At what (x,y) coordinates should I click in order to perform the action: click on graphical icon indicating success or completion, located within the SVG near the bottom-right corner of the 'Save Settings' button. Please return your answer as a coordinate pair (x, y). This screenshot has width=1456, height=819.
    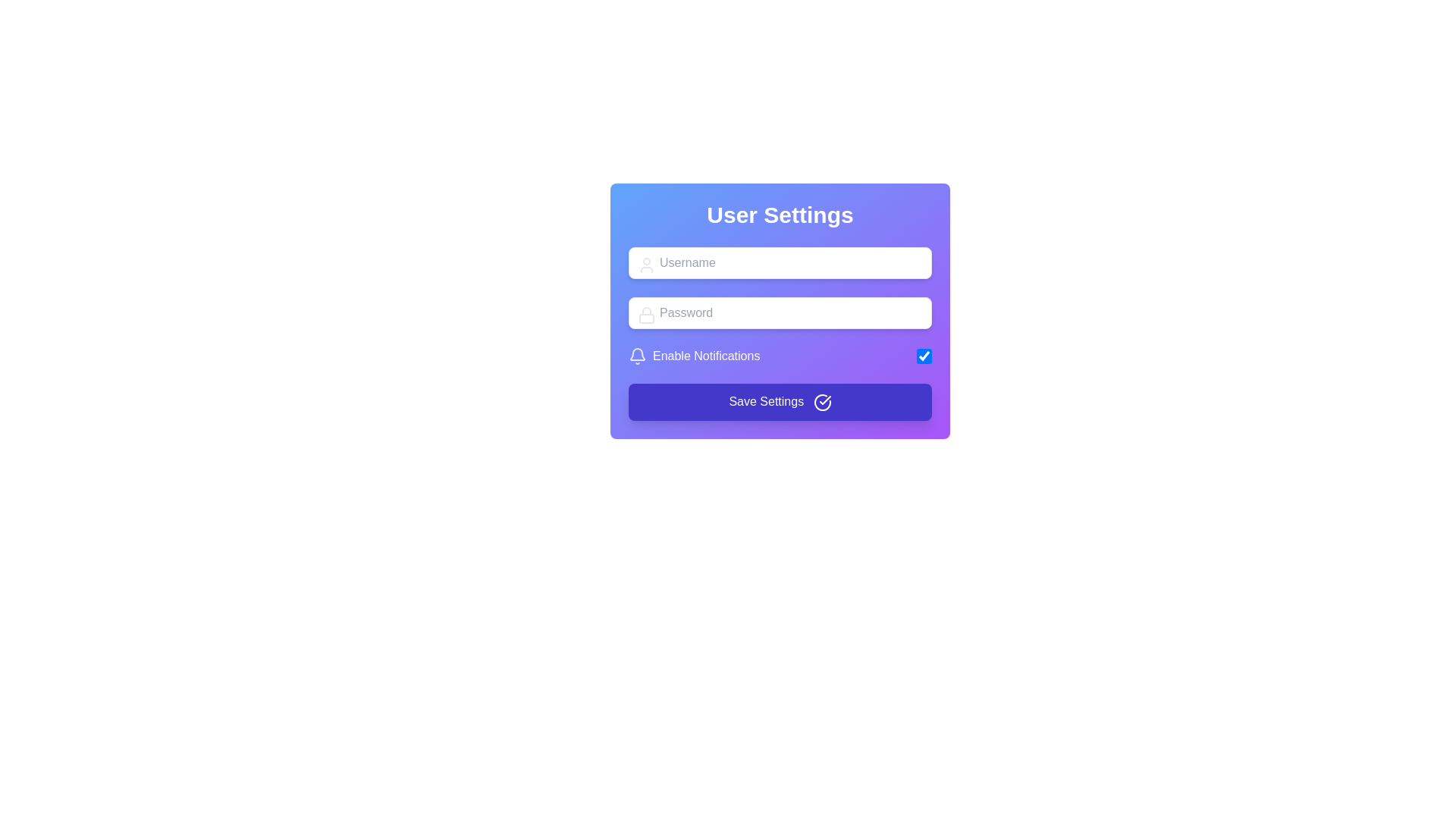
    Looking at the image, I should click on (824, 399).